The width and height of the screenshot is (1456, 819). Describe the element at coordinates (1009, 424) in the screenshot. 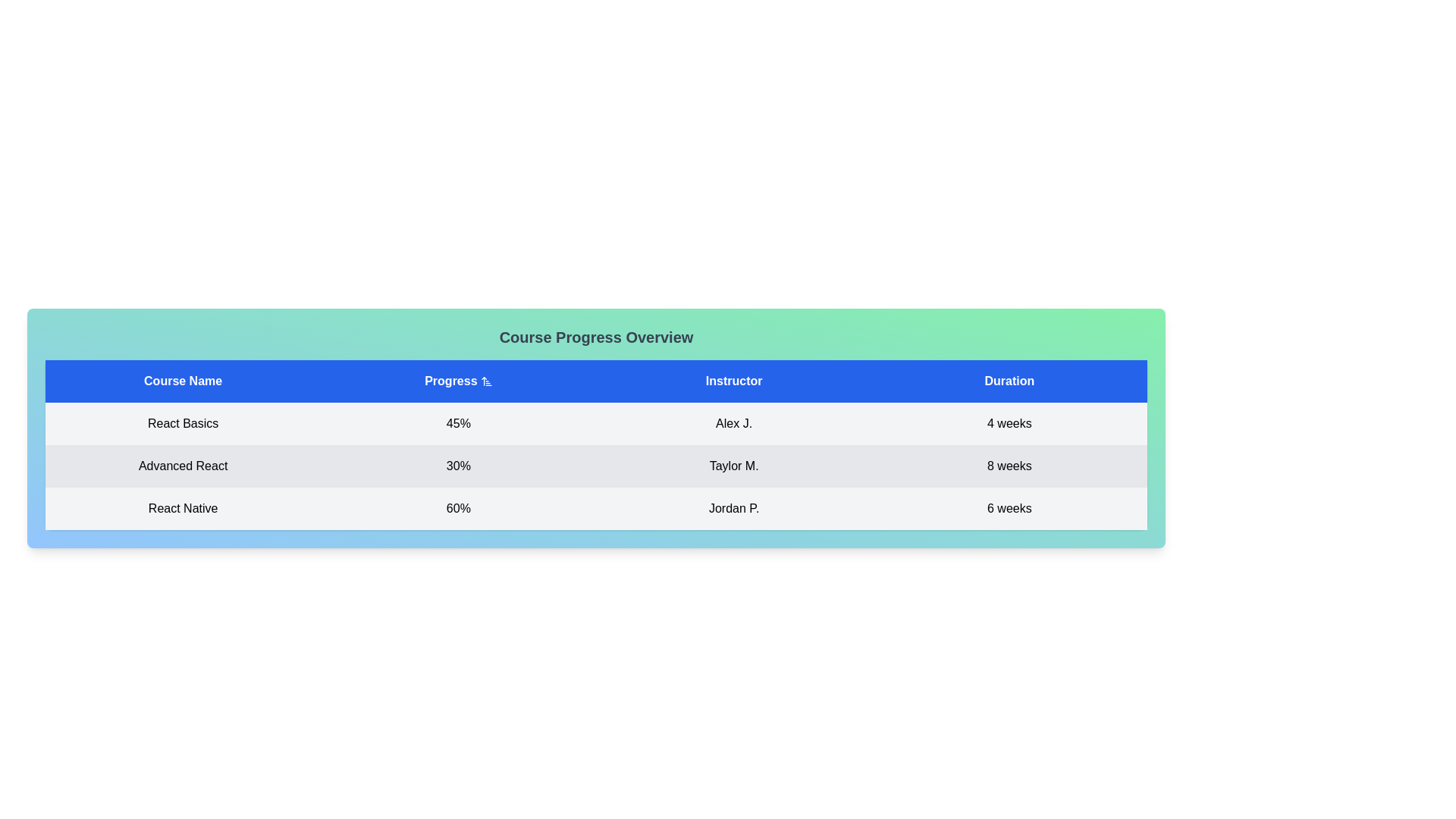

I see `the text label that reads '4 weeks', located in the fourth cell of the first data row under the 'Duration' column for the course 'React Basics'` at that location.